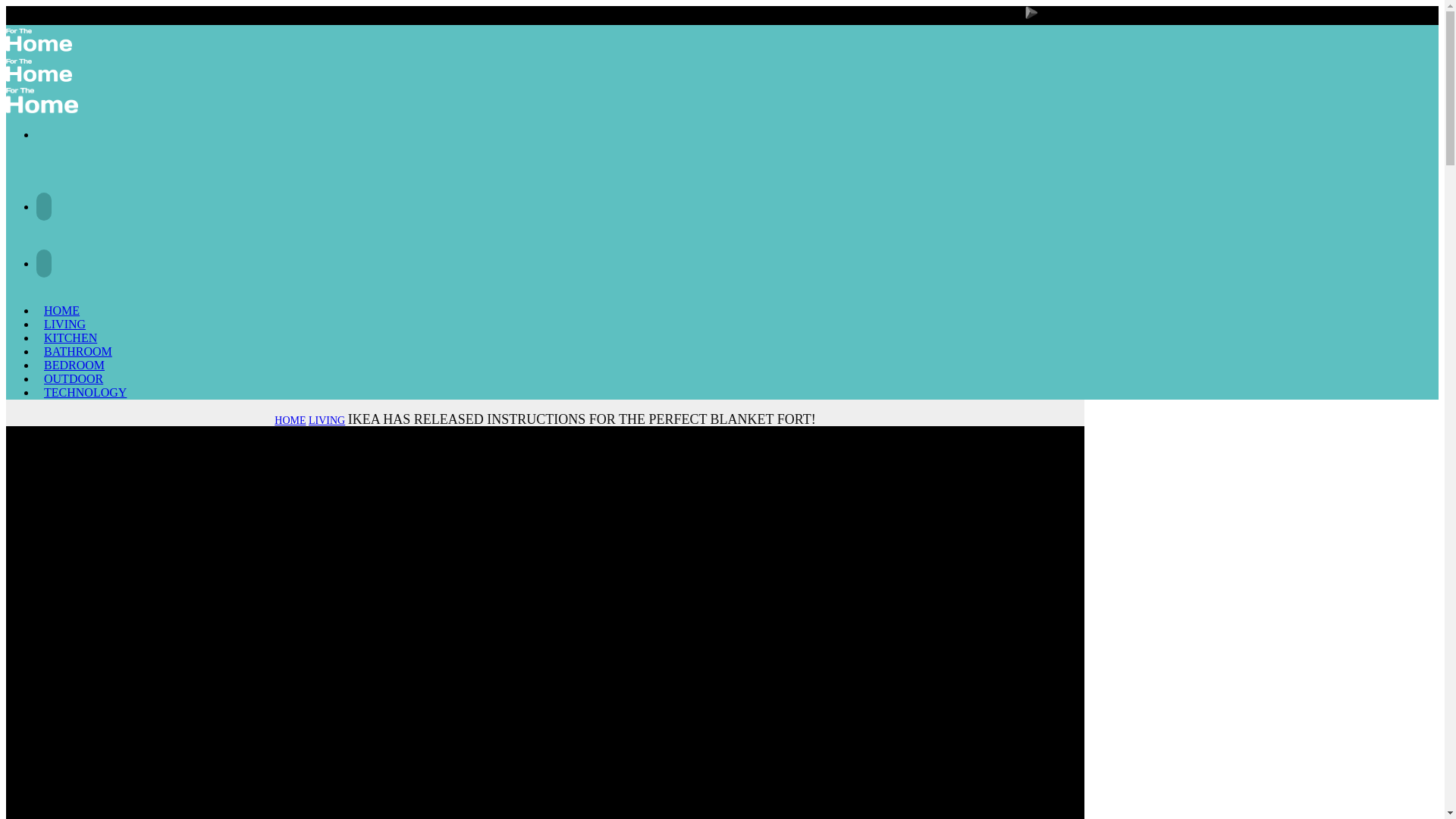 This screenshot has height=819, width=1456. I want to click on 'BATHROOM', so click(77, 351).